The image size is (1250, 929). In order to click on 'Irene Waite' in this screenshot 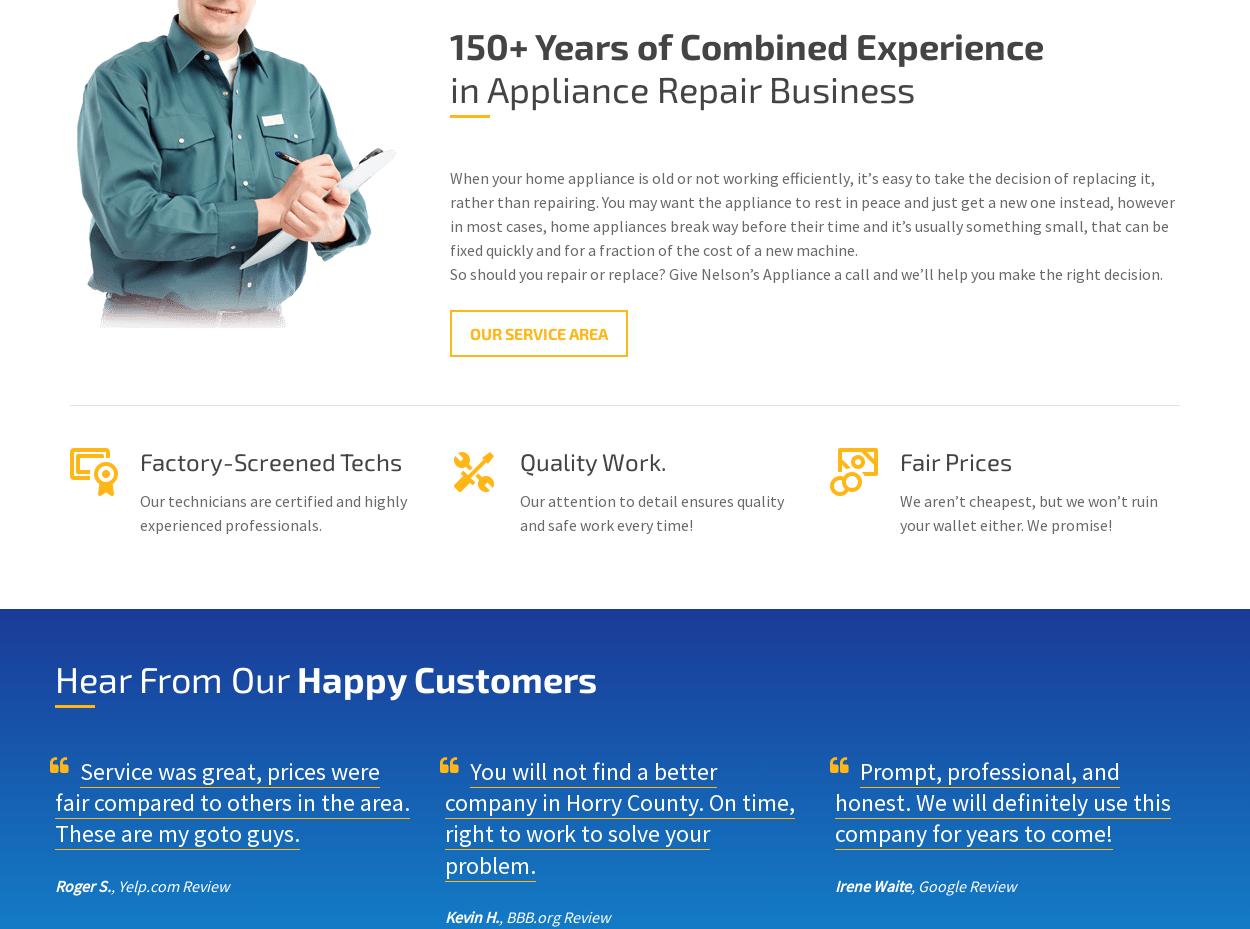, I will do `click(872, 884)`.